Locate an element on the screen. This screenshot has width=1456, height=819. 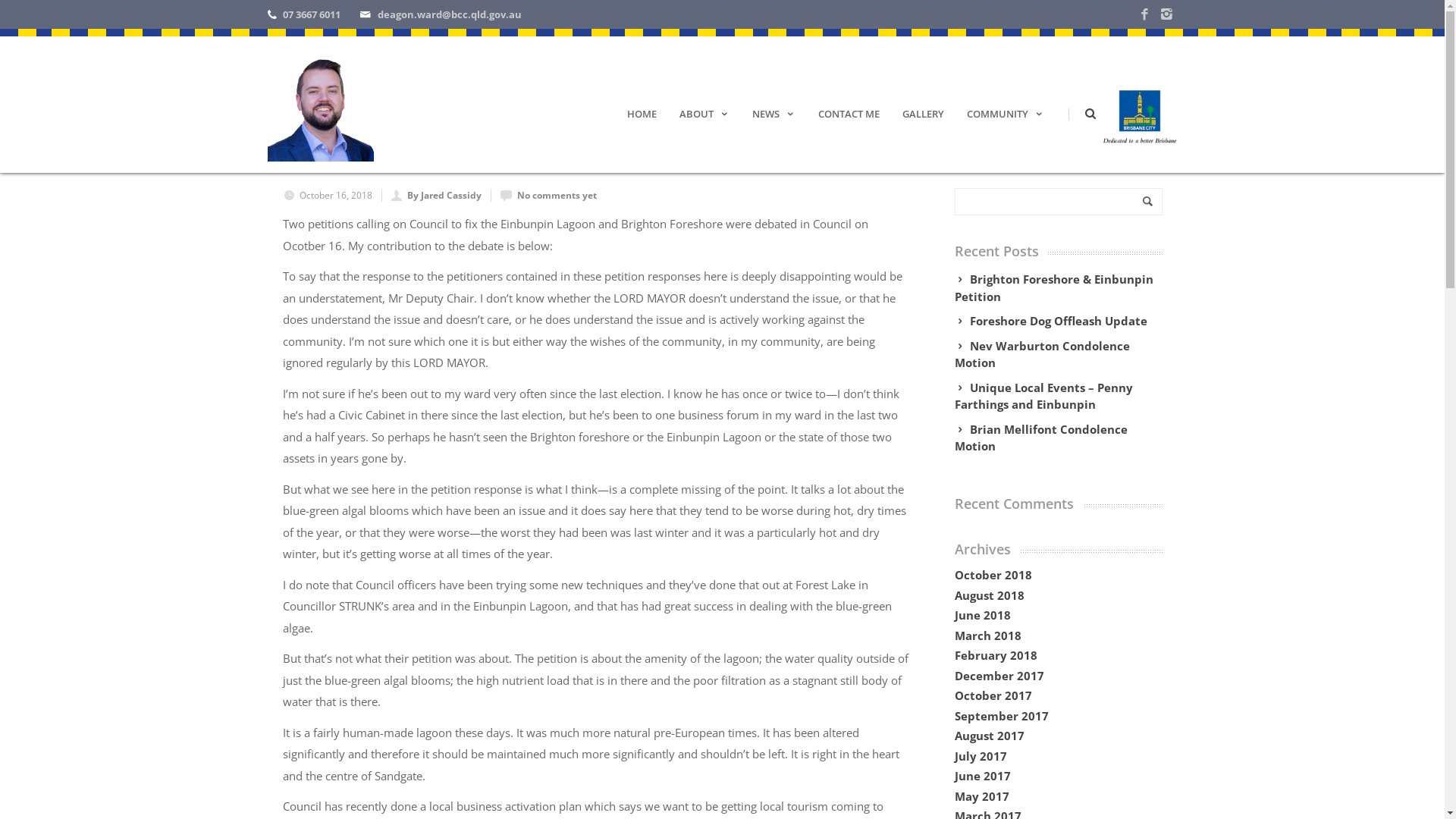
'August 2018' is located at coordinates (989, 595).